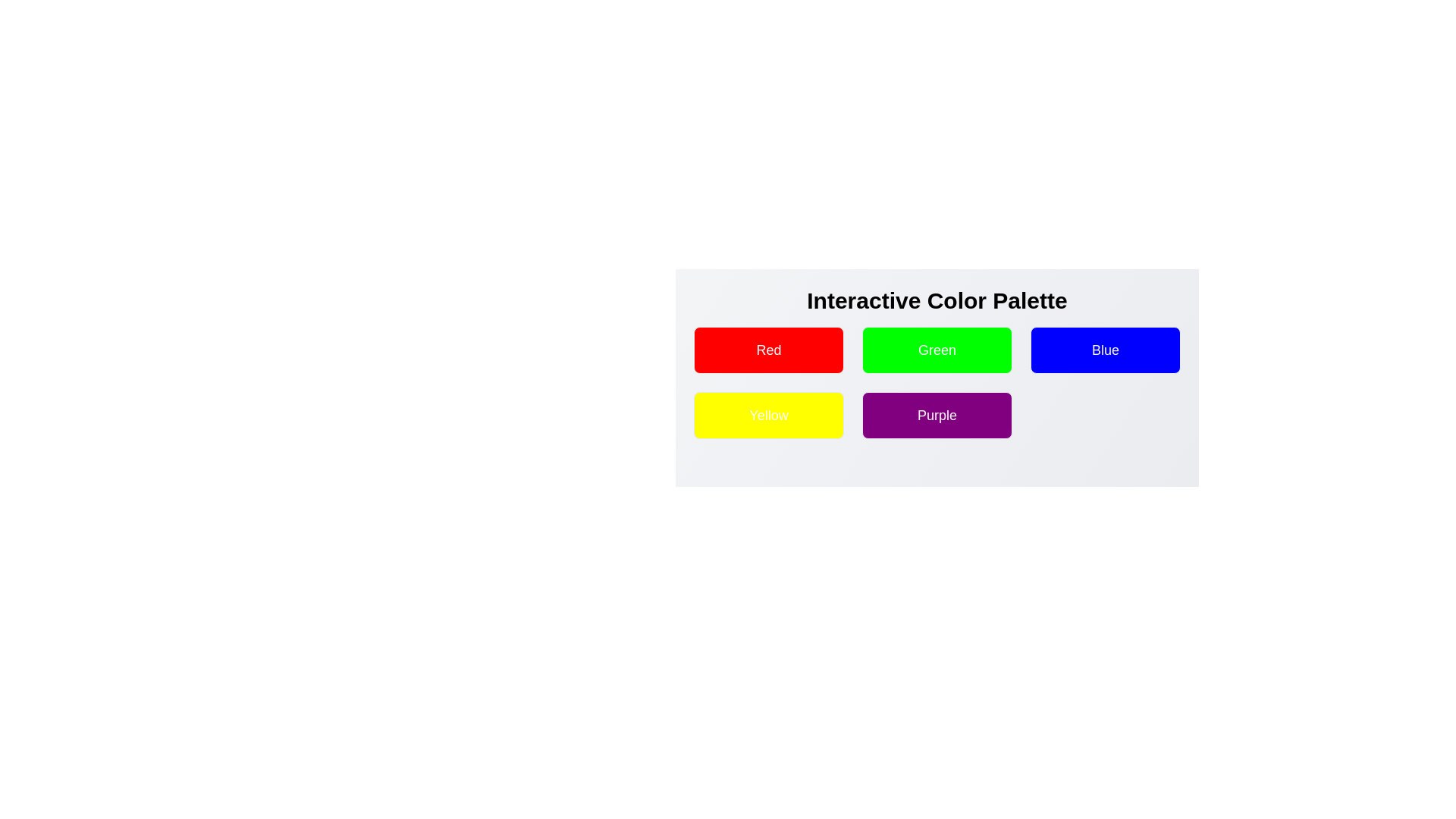 Image resolution: width=1456 pixels, height=819 pixels. Describe the element at coordinates (1106, 350) in the screenshot. I see `the text label displaying the word 'Blue', which is center-aligned within a blue button located in the top-right of a grid layout` at that location.